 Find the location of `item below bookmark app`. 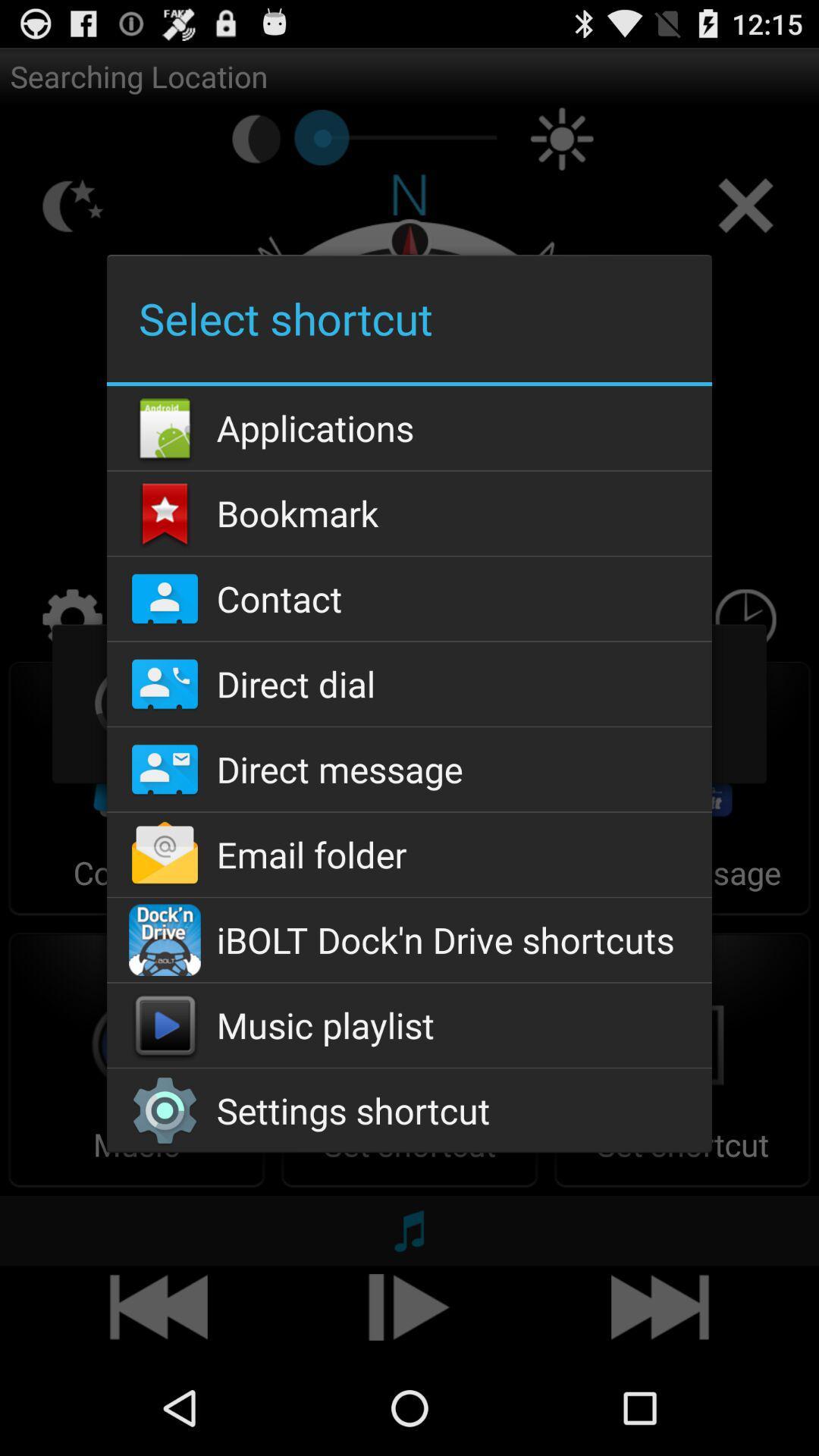

item below bookmark app is located at coordinates (409, 598).